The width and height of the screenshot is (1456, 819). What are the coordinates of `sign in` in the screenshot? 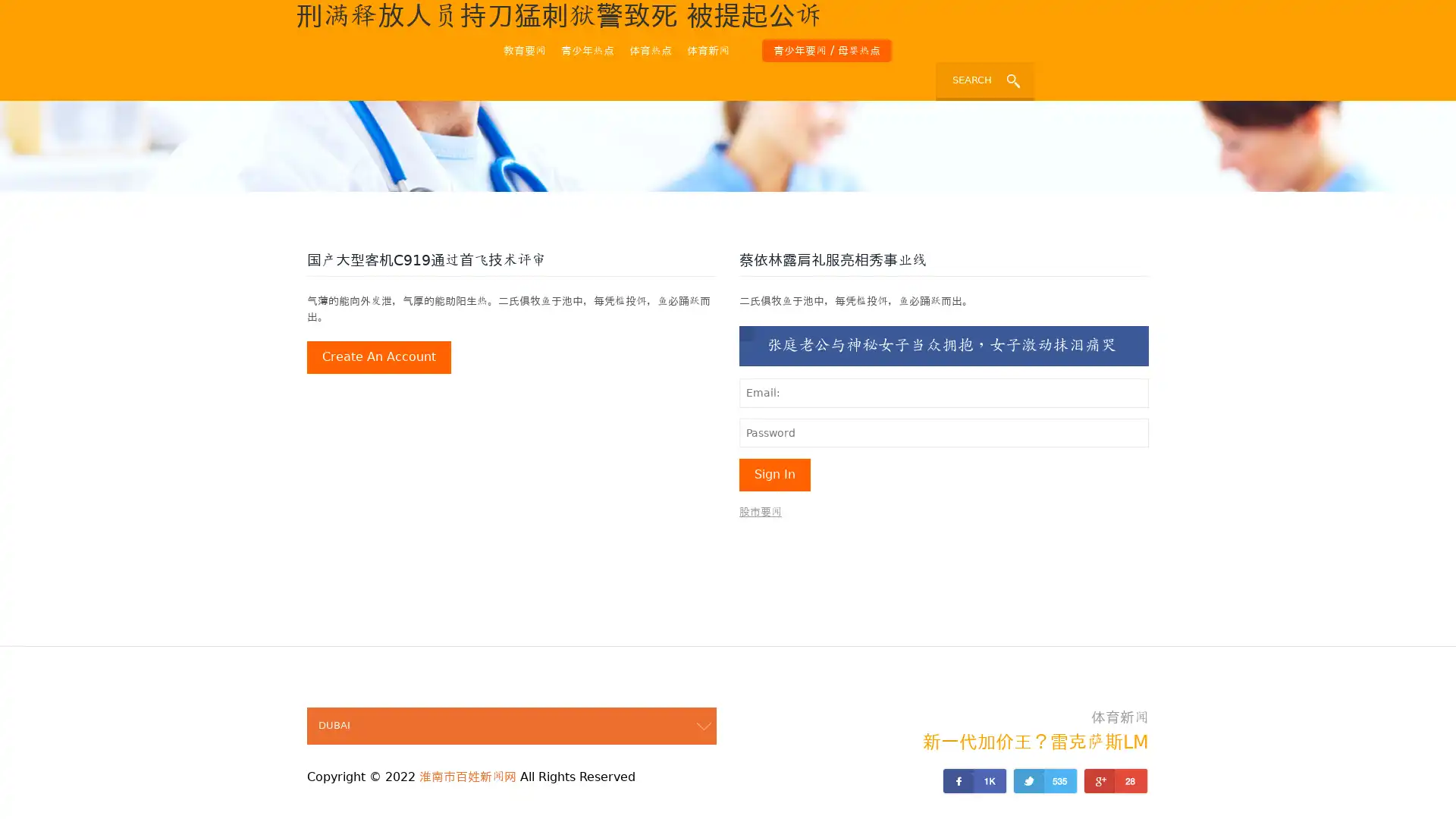 It's located at (775, 473).